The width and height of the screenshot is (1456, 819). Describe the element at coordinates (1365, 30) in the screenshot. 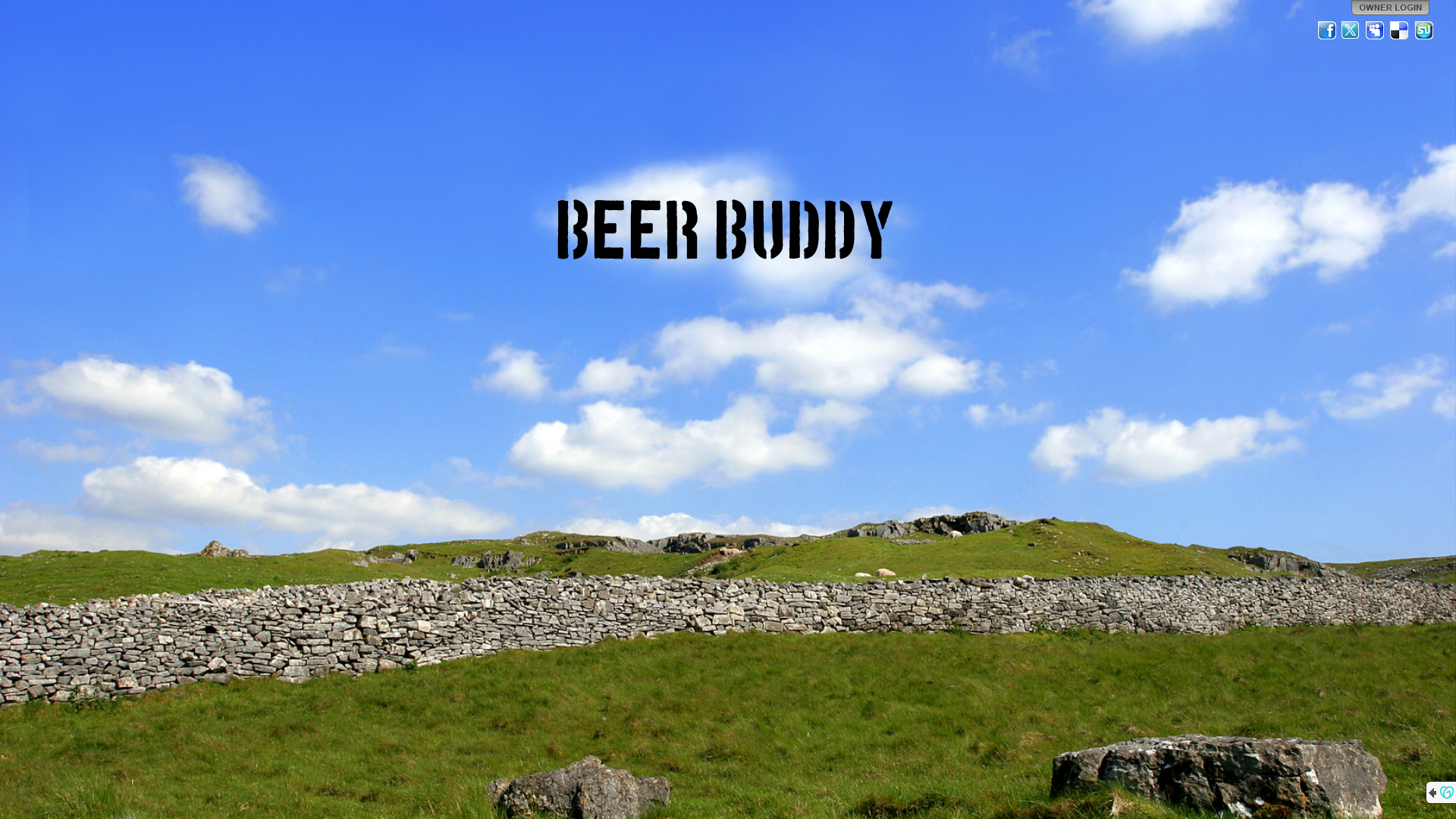

I see `'MySpace'` at that location.